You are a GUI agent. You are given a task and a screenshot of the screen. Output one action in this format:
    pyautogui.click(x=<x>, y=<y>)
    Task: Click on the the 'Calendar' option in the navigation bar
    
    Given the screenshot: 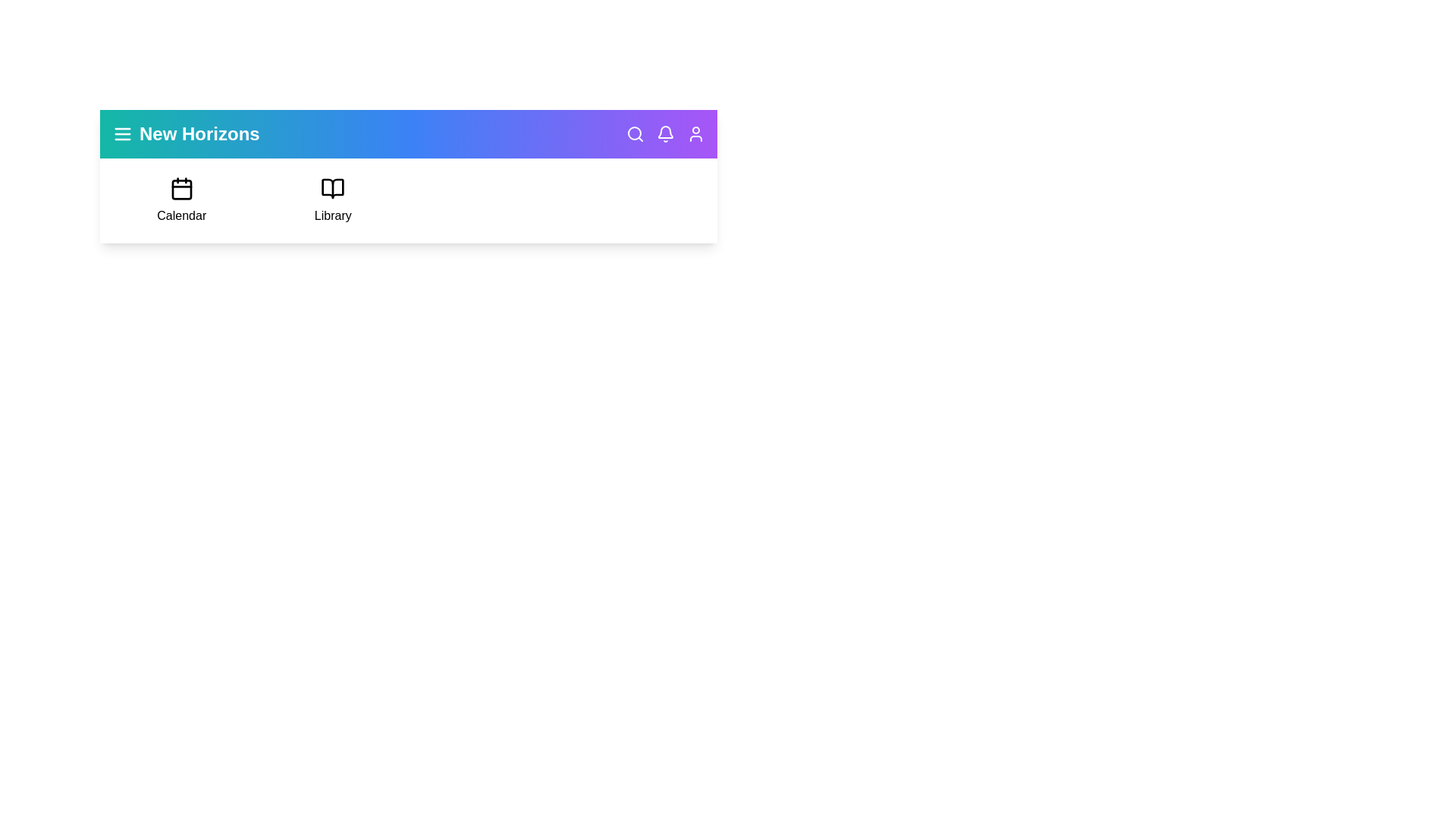 What is the action you would take?
    pyautogui.click(x=181, y=200)
    